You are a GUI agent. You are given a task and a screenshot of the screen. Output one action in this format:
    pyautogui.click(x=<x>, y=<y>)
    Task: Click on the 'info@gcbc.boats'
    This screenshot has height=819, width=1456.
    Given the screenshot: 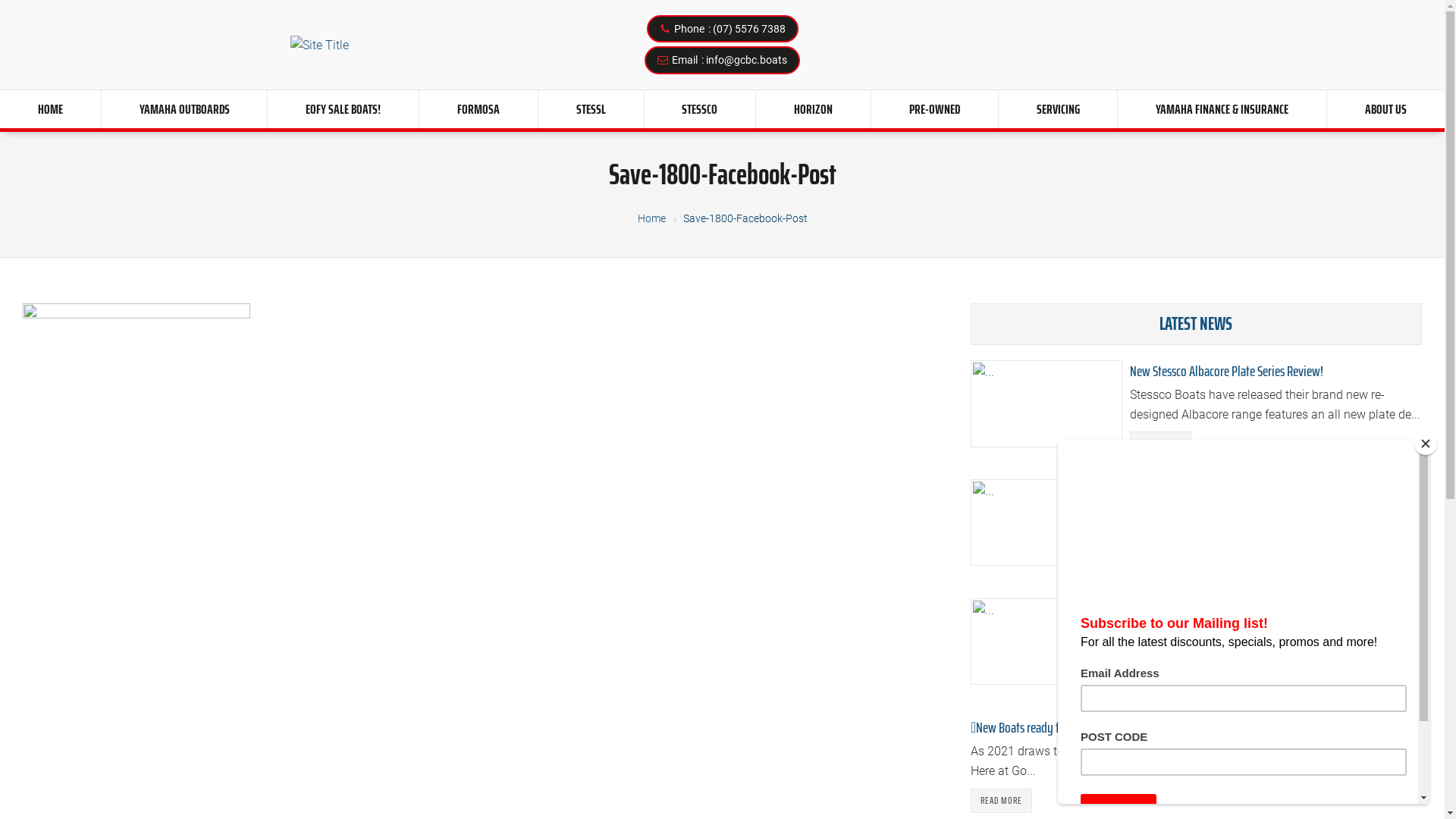 What is the action you would take?
    pyautogui.click(x=705, y=58)
    